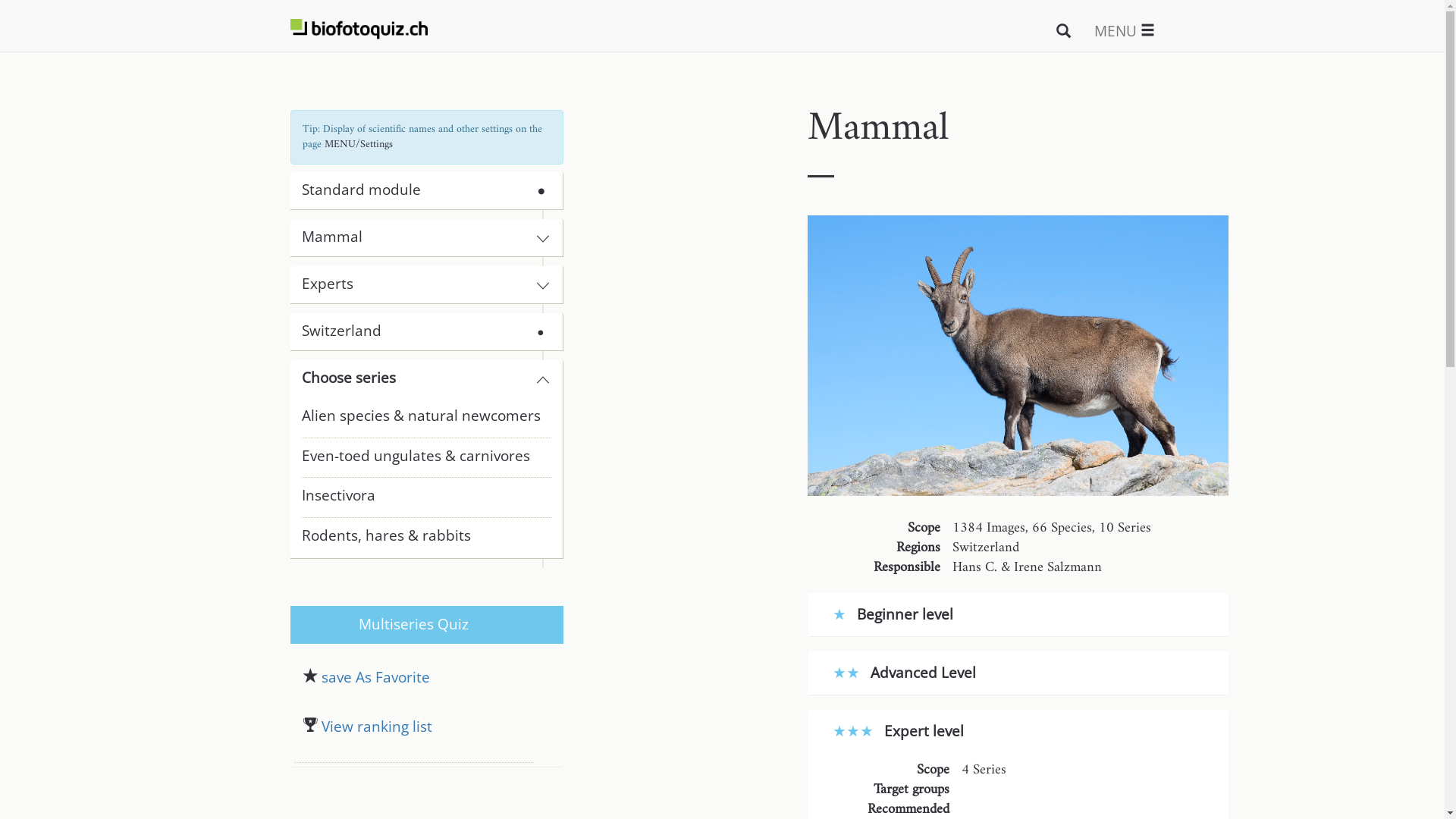  I want to click on 'Rodents, hares & rabbits', so click(425, 540).